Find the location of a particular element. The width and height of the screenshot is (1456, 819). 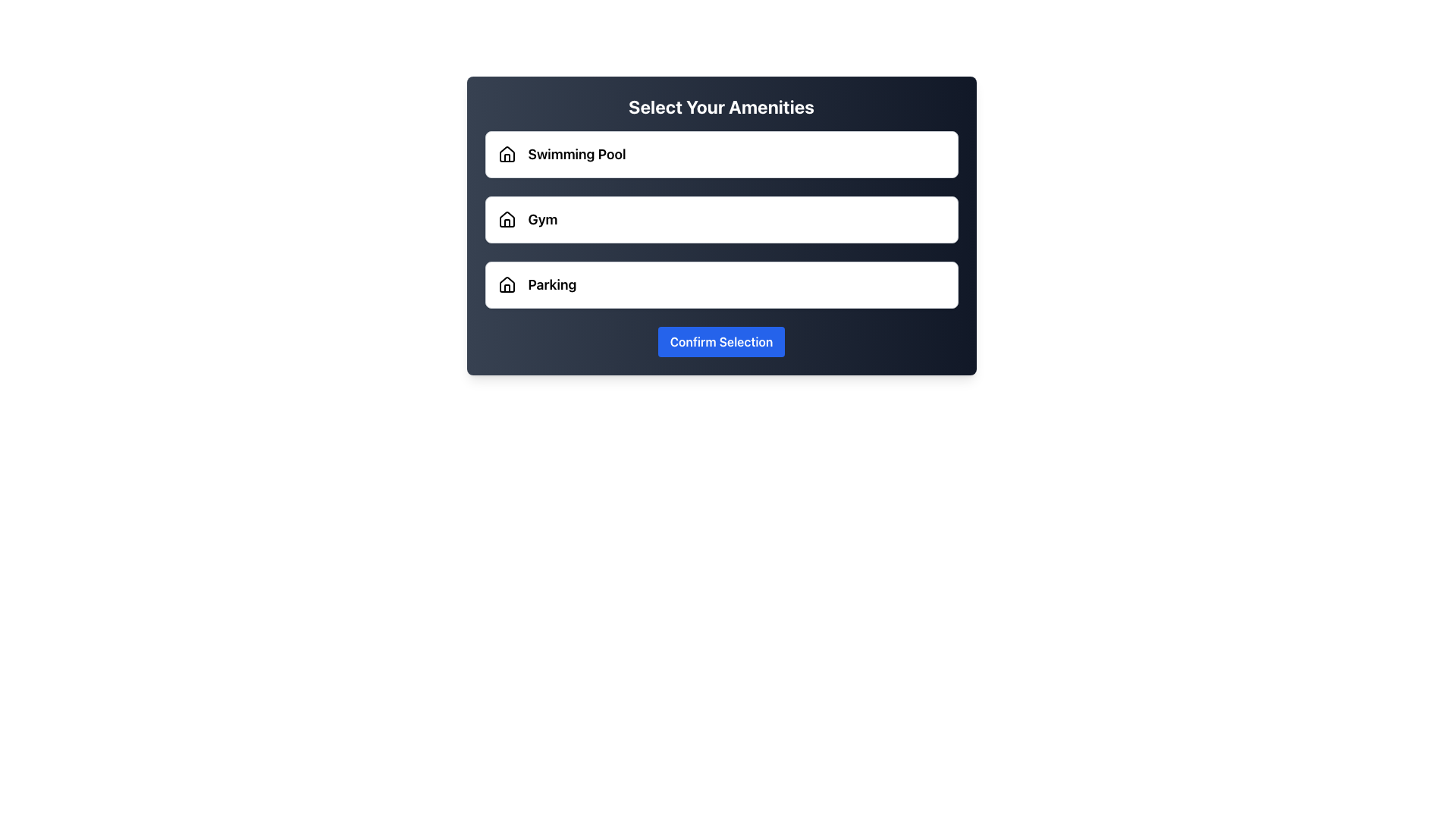

the 'Parking' text label, which is bold and slightly larger, located to the right of a house icon in the third row of a vertical list is located at coordinates (551, 284).